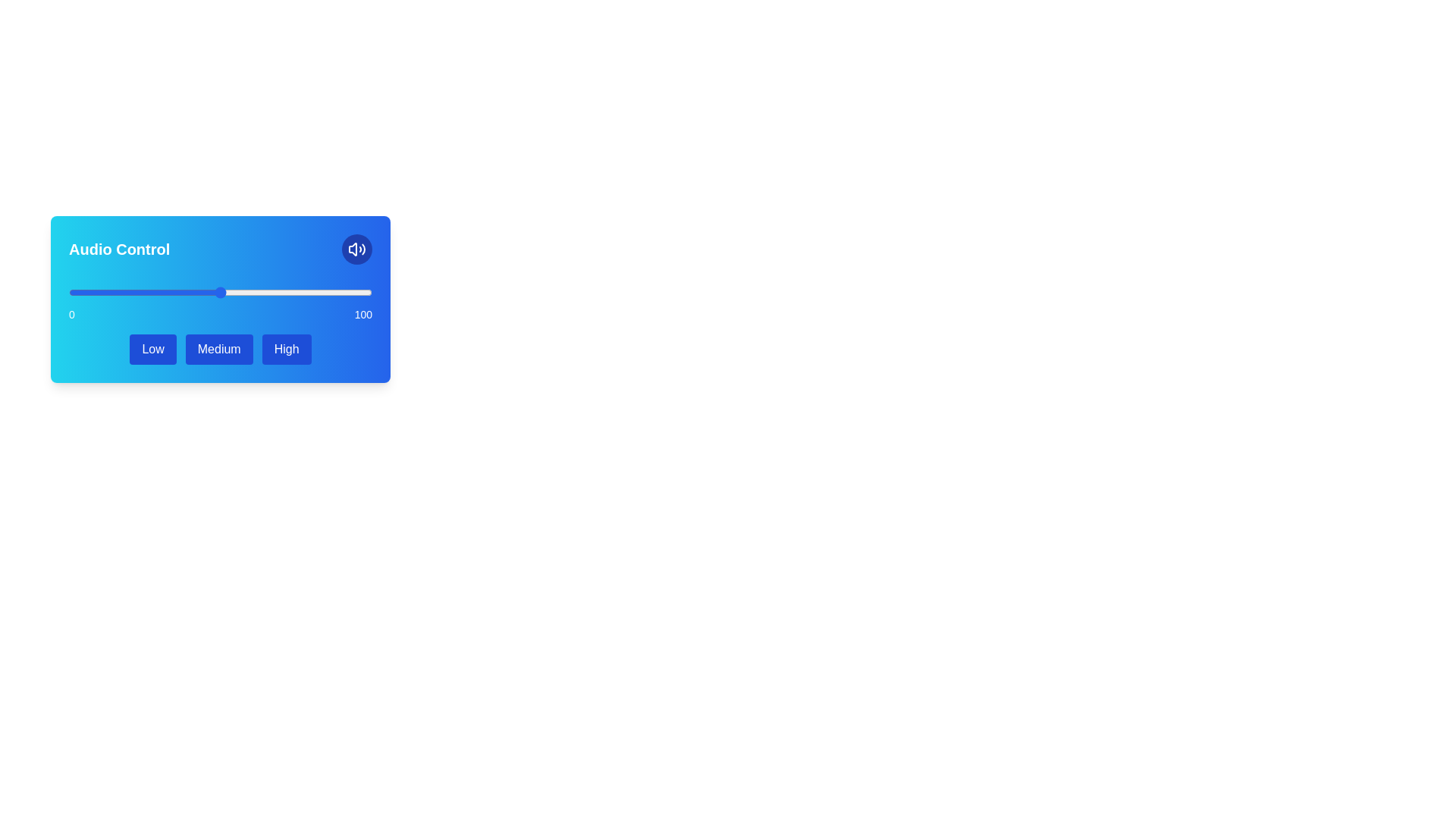  What do you see at coordinates (119, 292) in the screenshot?
I see `the slider value` at bounding box center [119, 292].